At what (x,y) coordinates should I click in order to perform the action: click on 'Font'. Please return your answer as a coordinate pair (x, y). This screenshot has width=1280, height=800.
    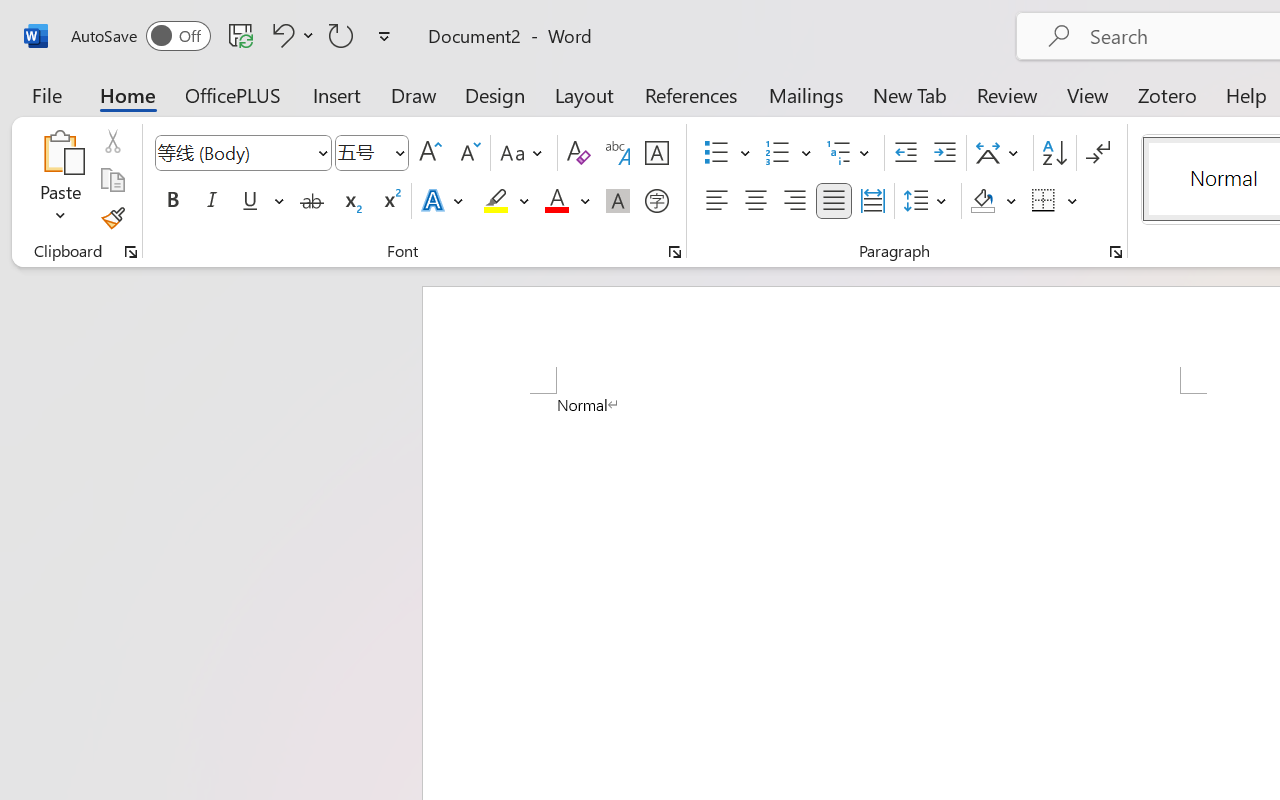
    Looking at the image, I should click on (234, 152).